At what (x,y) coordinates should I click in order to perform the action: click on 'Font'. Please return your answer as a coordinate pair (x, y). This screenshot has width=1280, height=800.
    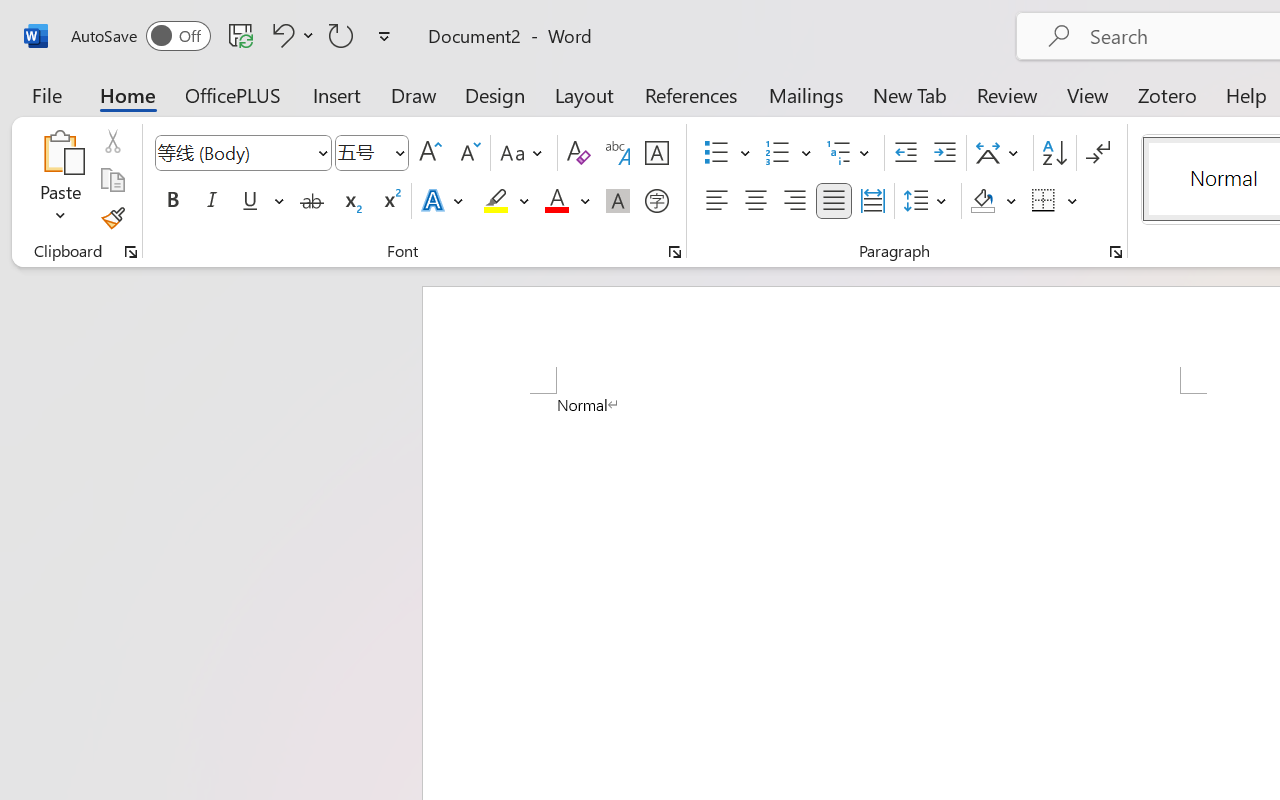
    Looking at the image, I should click on (234, 152).